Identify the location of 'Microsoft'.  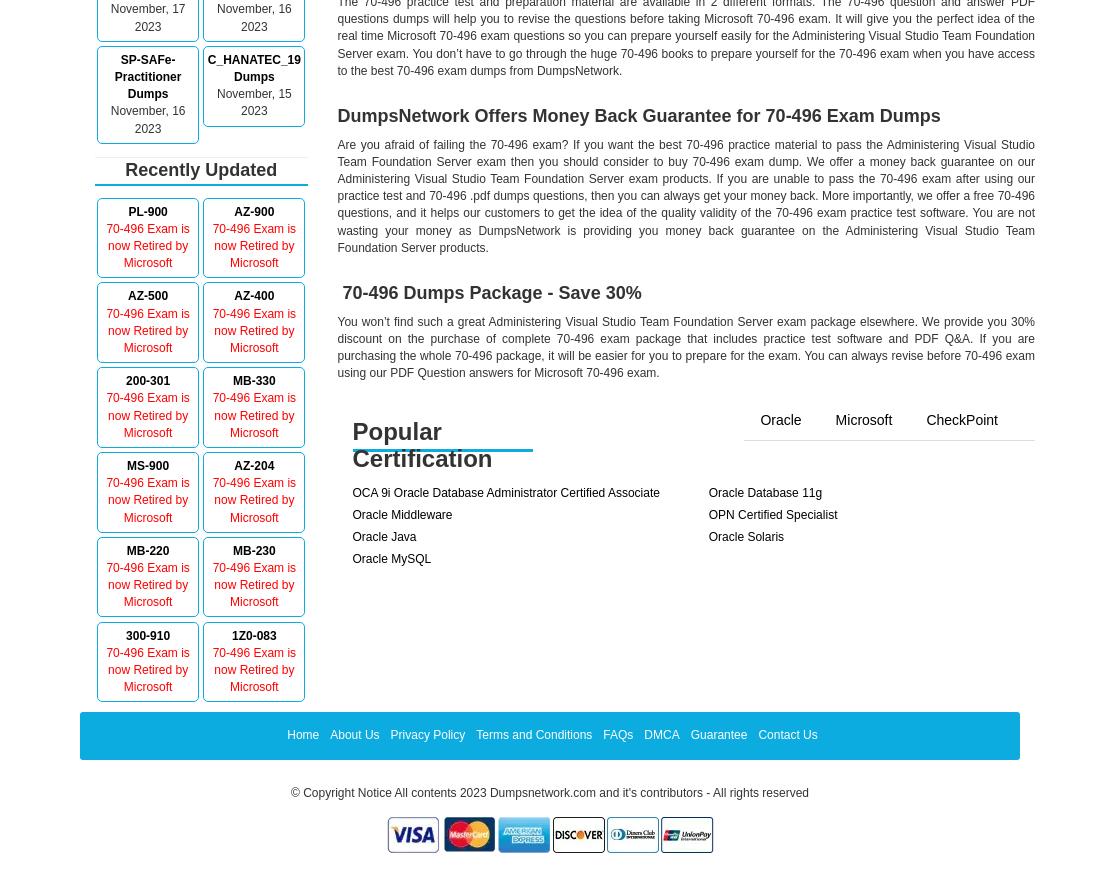
(834, 419).